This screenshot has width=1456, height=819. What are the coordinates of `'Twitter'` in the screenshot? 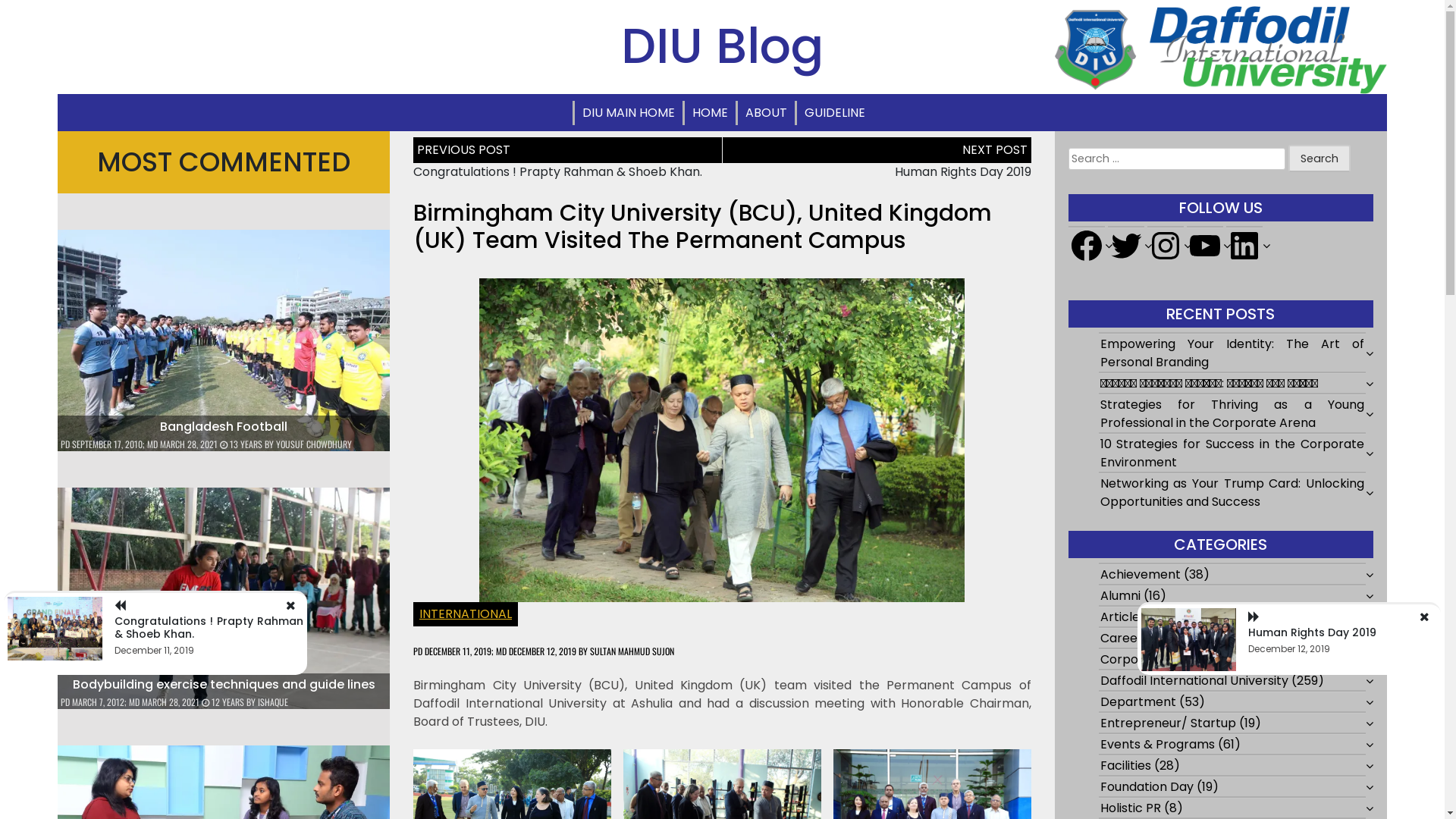 It's located at (1107, 245).